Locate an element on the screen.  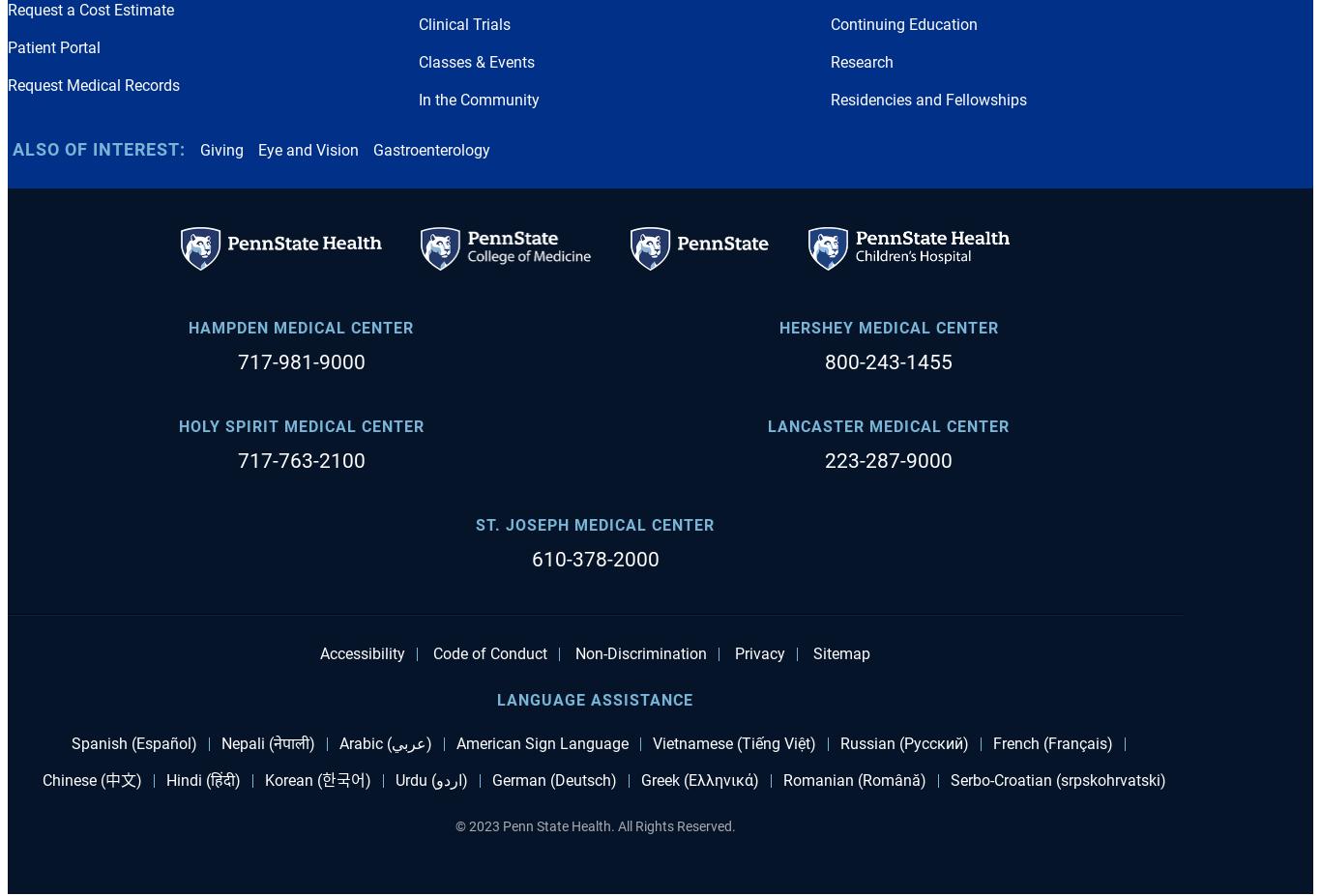
'Romanian (Română)' is located at coordinates (852, 779).